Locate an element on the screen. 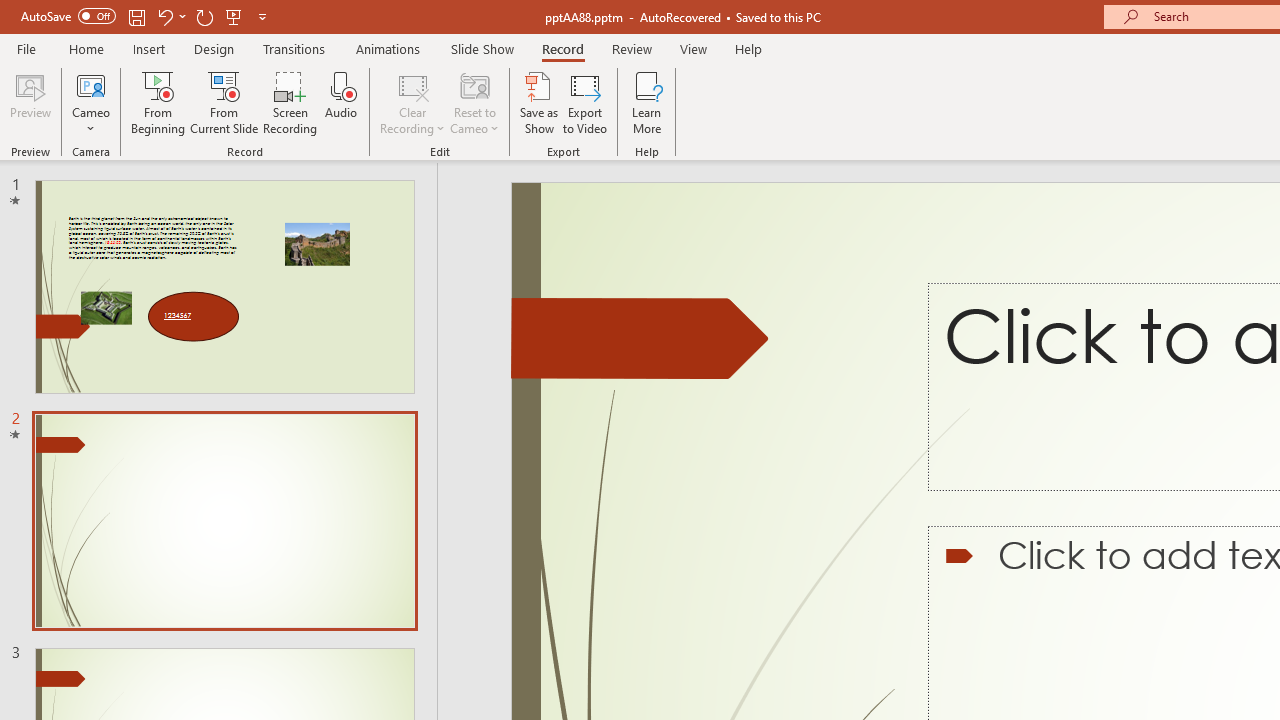 The width and height of the screenshot is (1280, 720). 'From Current Slide...' is located at coordinates (224, 103).